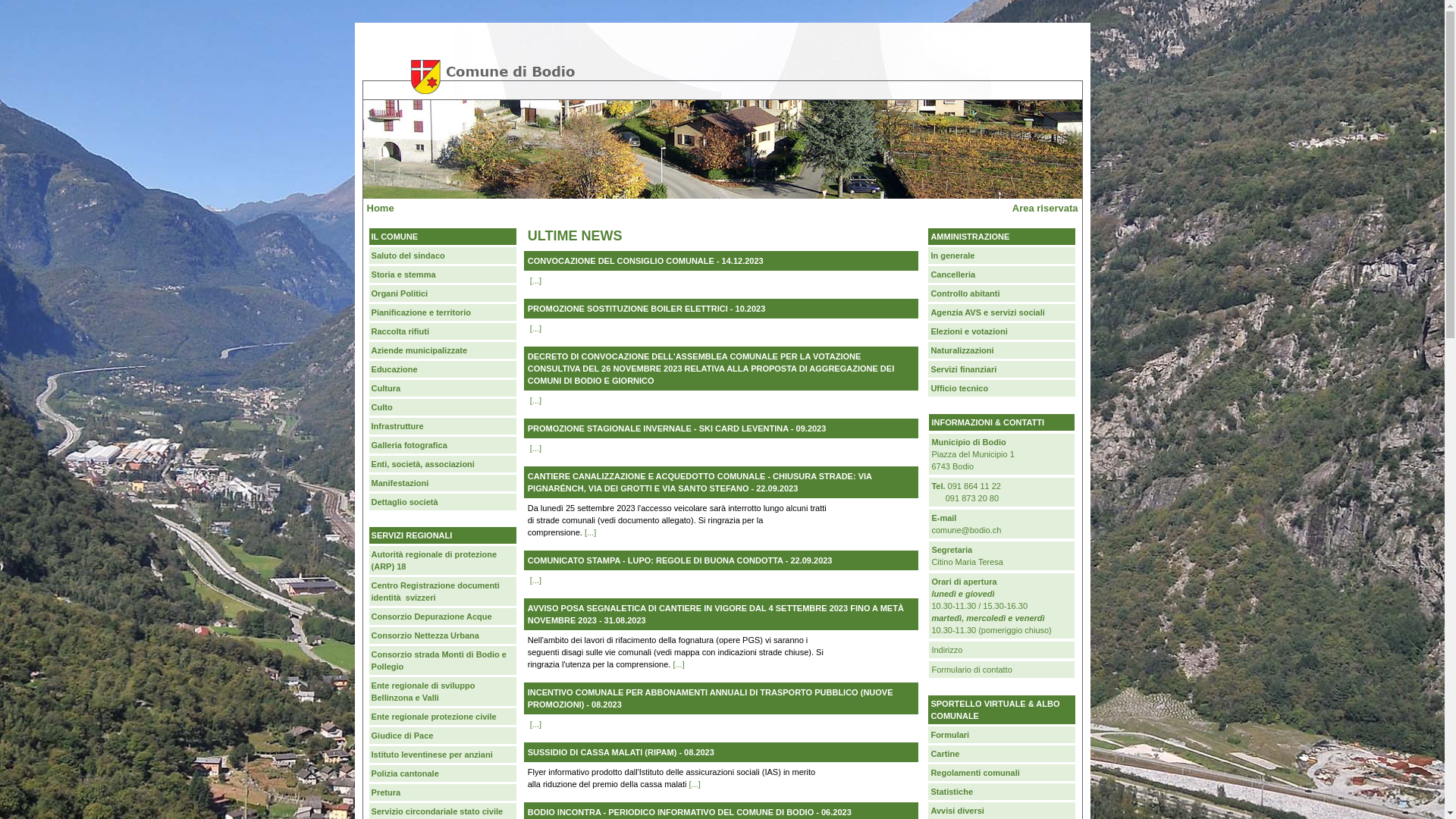 This screenshot has width=1456, height=819. What do you see at coordinates (1001, 293) in the screenshot?
I see `'Controllo abitanti'` at bounding box center [1001, 293].